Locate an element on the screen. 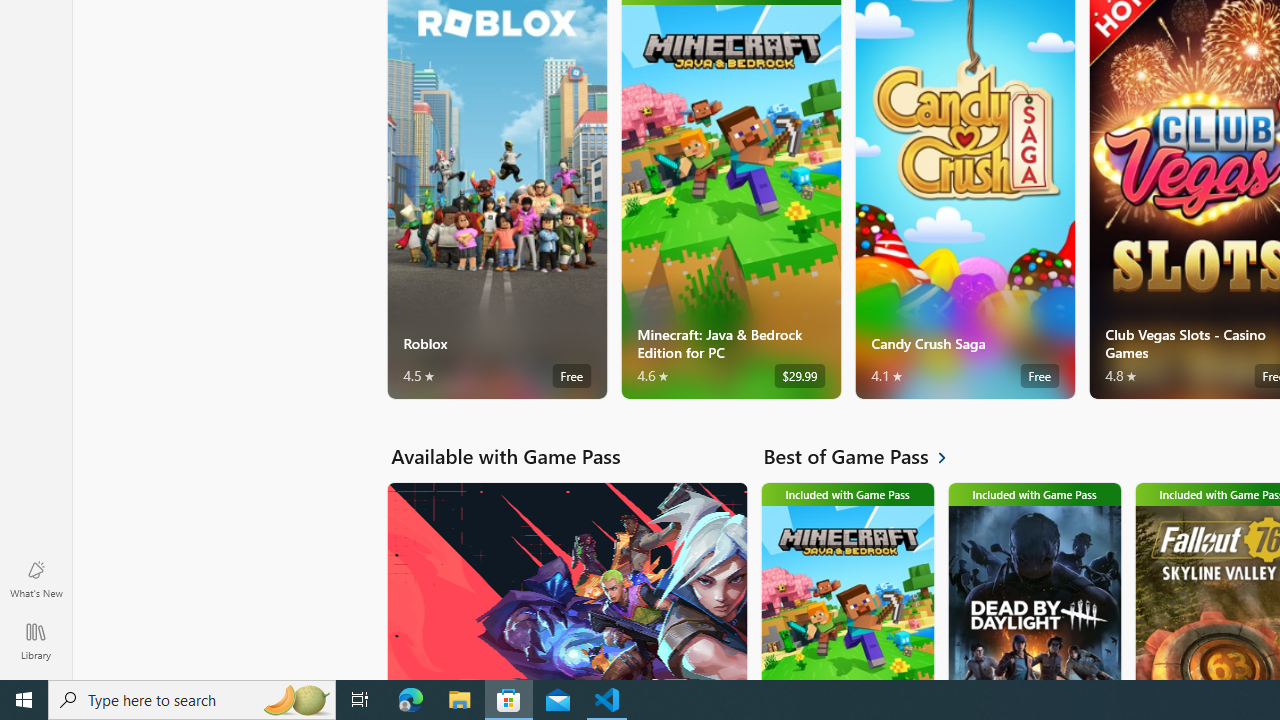 The width and height of the screenshot is (1280, 720). 'Available with Game Pass. VALORANT' is located at coordinates (566, 580).